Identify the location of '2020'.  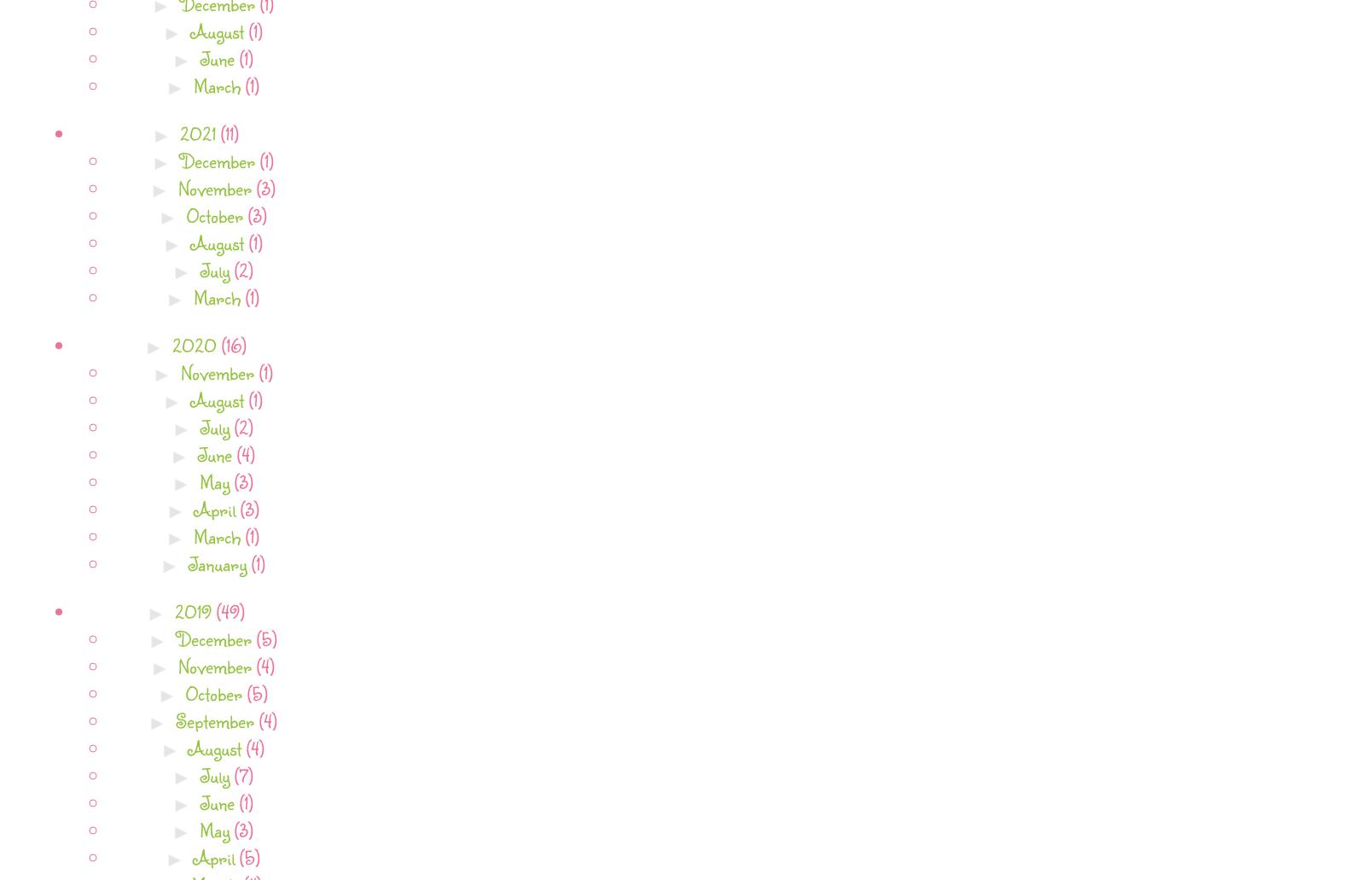
(197, 343).